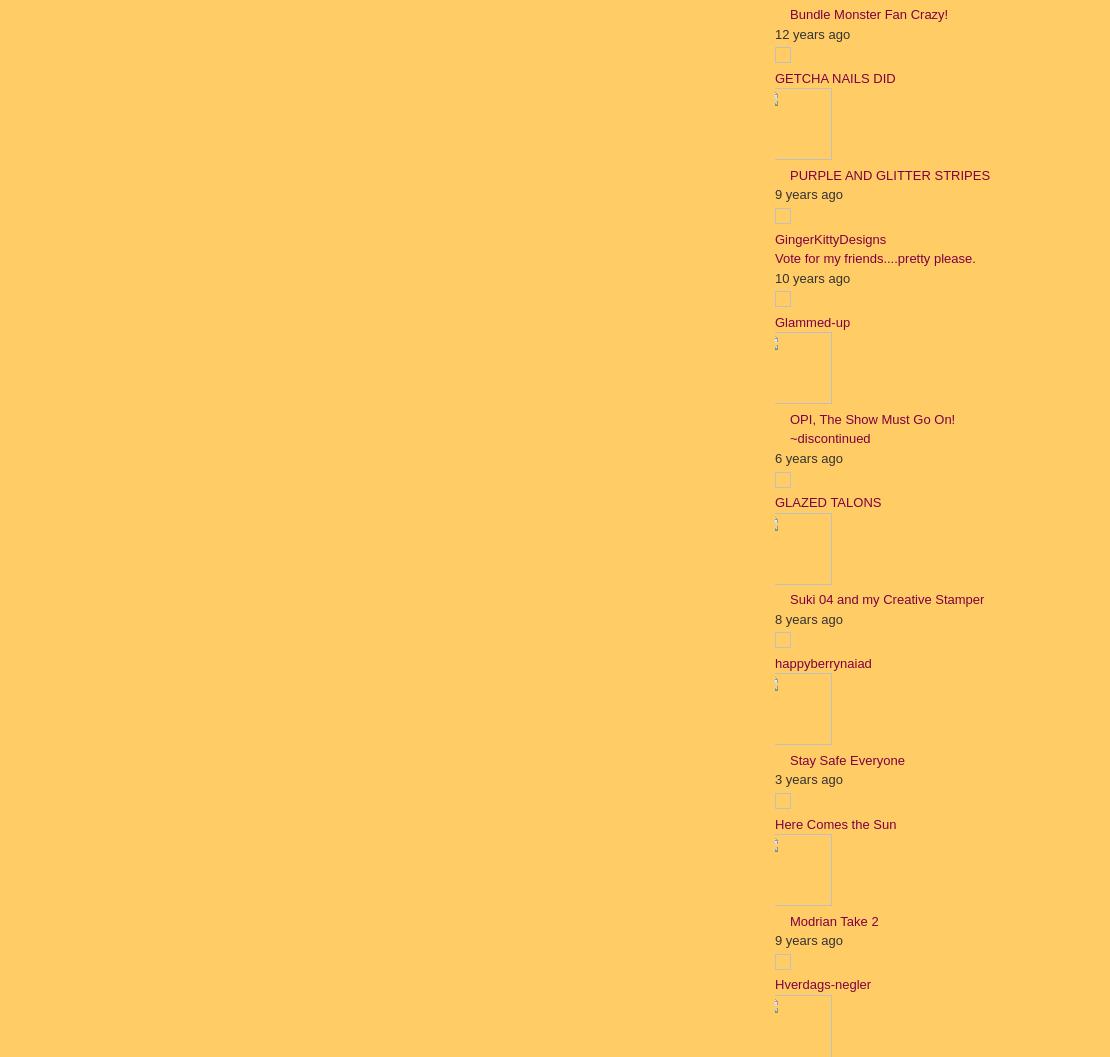  I want to click on 'Stay Safe Everyone', so click(846, 759).